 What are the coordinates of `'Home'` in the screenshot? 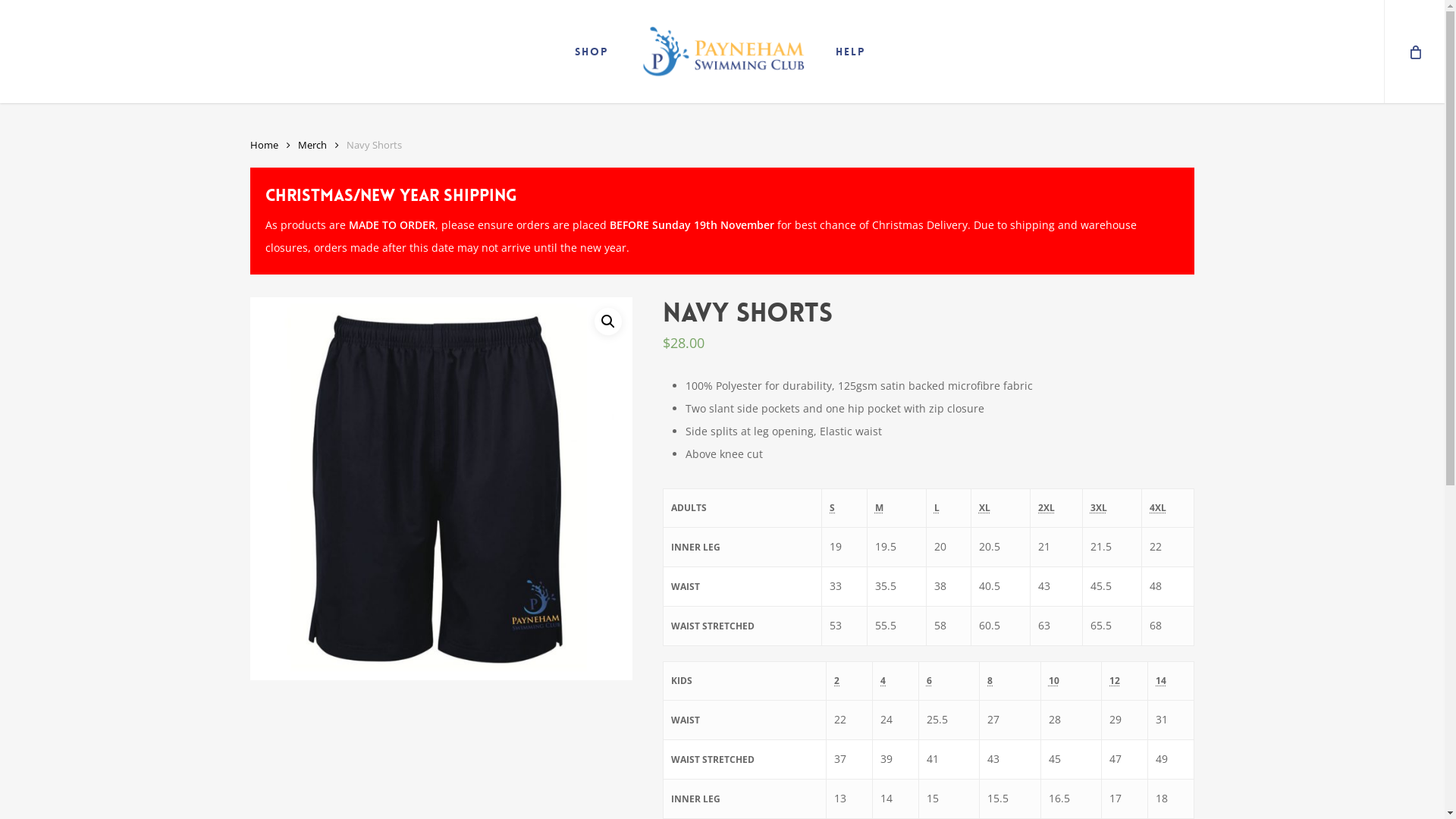 It's located at (264, 145).